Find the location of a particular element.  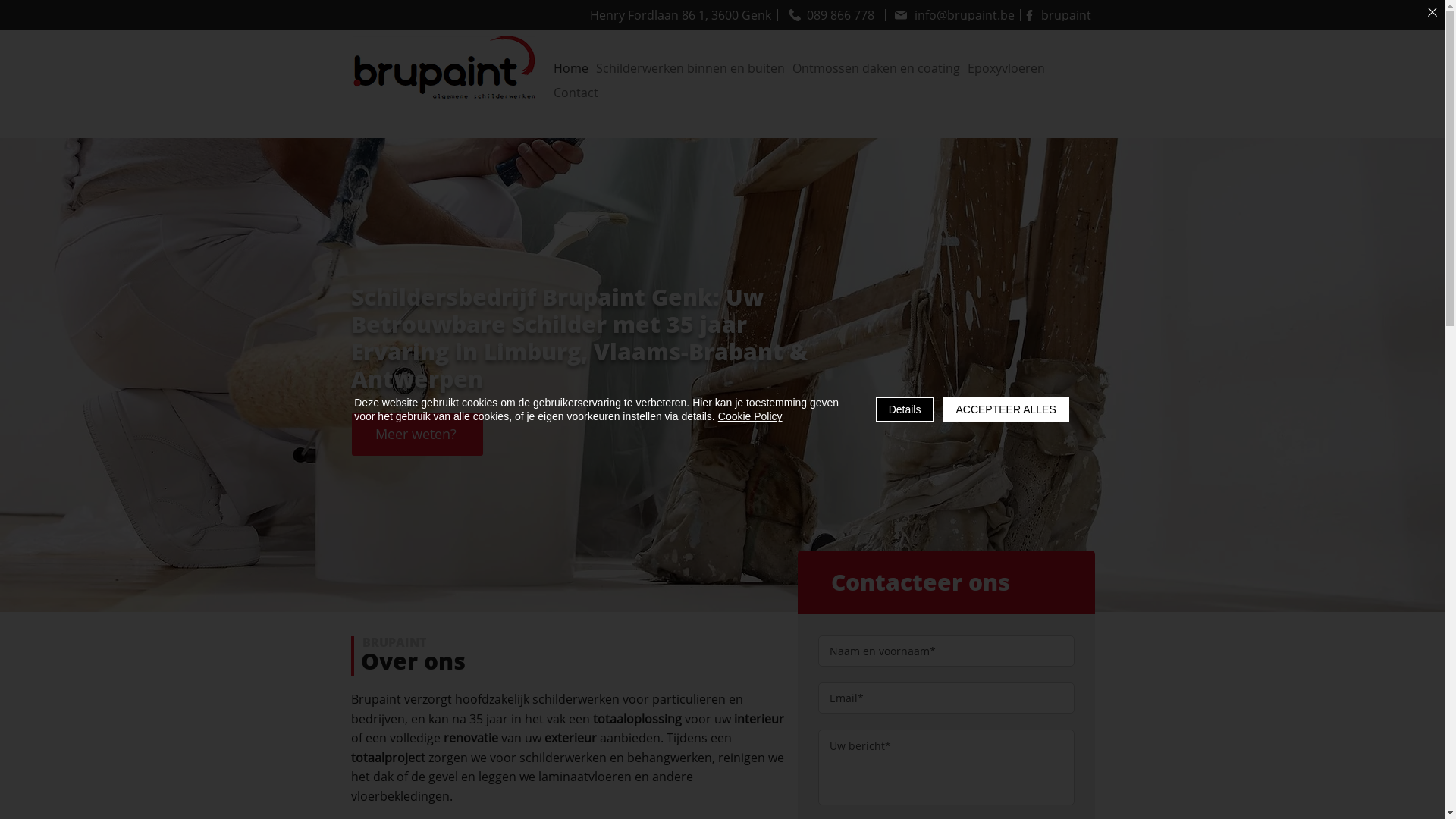

'info@brupaint.be' is located at coordinates (952, 14).